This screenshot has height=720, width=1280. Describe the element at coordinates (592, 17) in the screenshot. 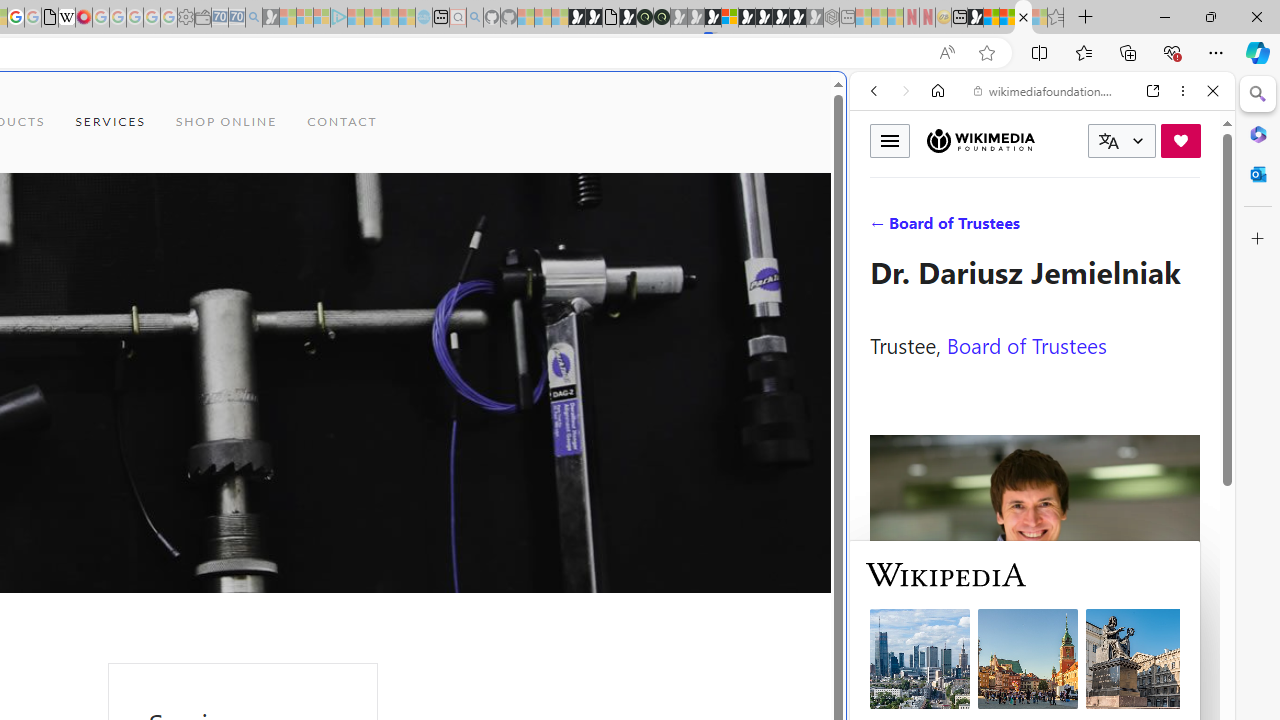

I see `'Play Zoo Boom in your browser | Games from Microsoft Start'` at that location.